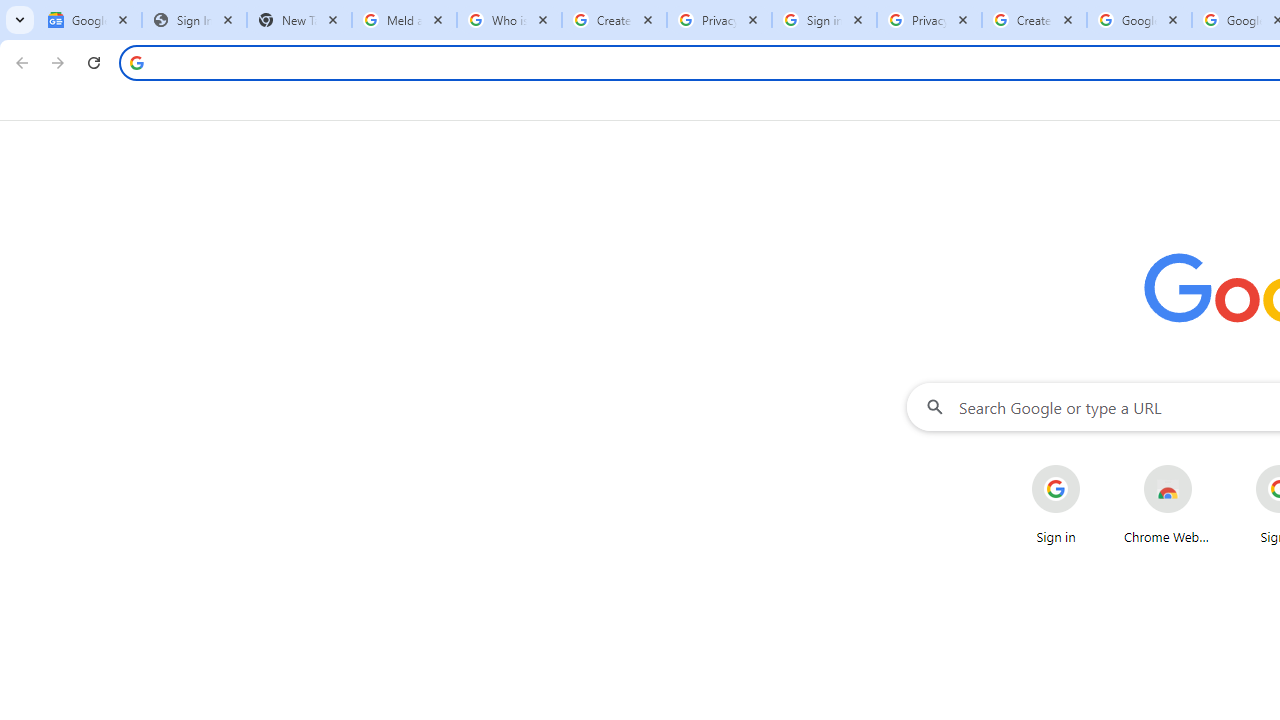 The image size is (1280, 720). I want to click on 'Who is my administrator? - Google Account Help', so click(509, 20).